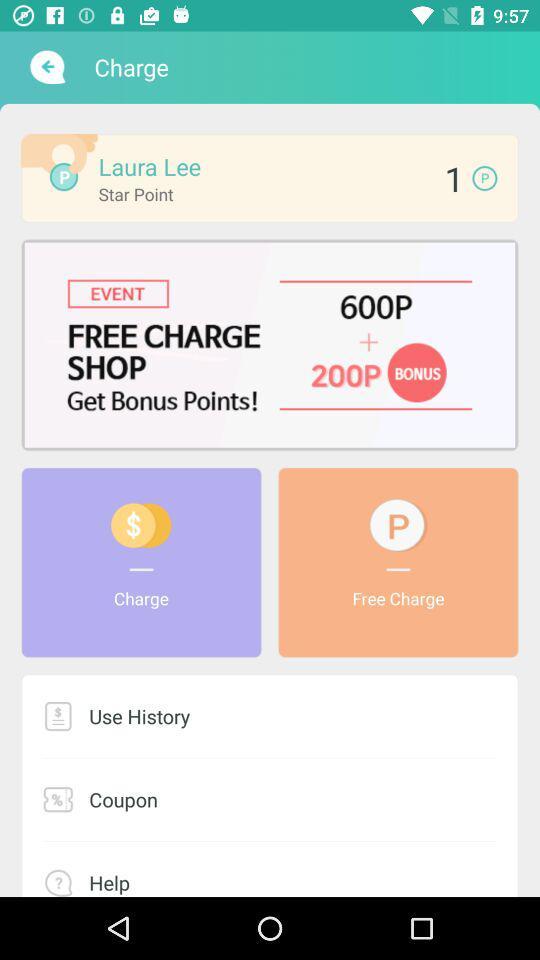 The width and height of the screenshot is (540, 960). What do you see at coordinates (45, 67) in the screenshot?
I see `the item to the left of charge item` at bounding box center [45, 67].